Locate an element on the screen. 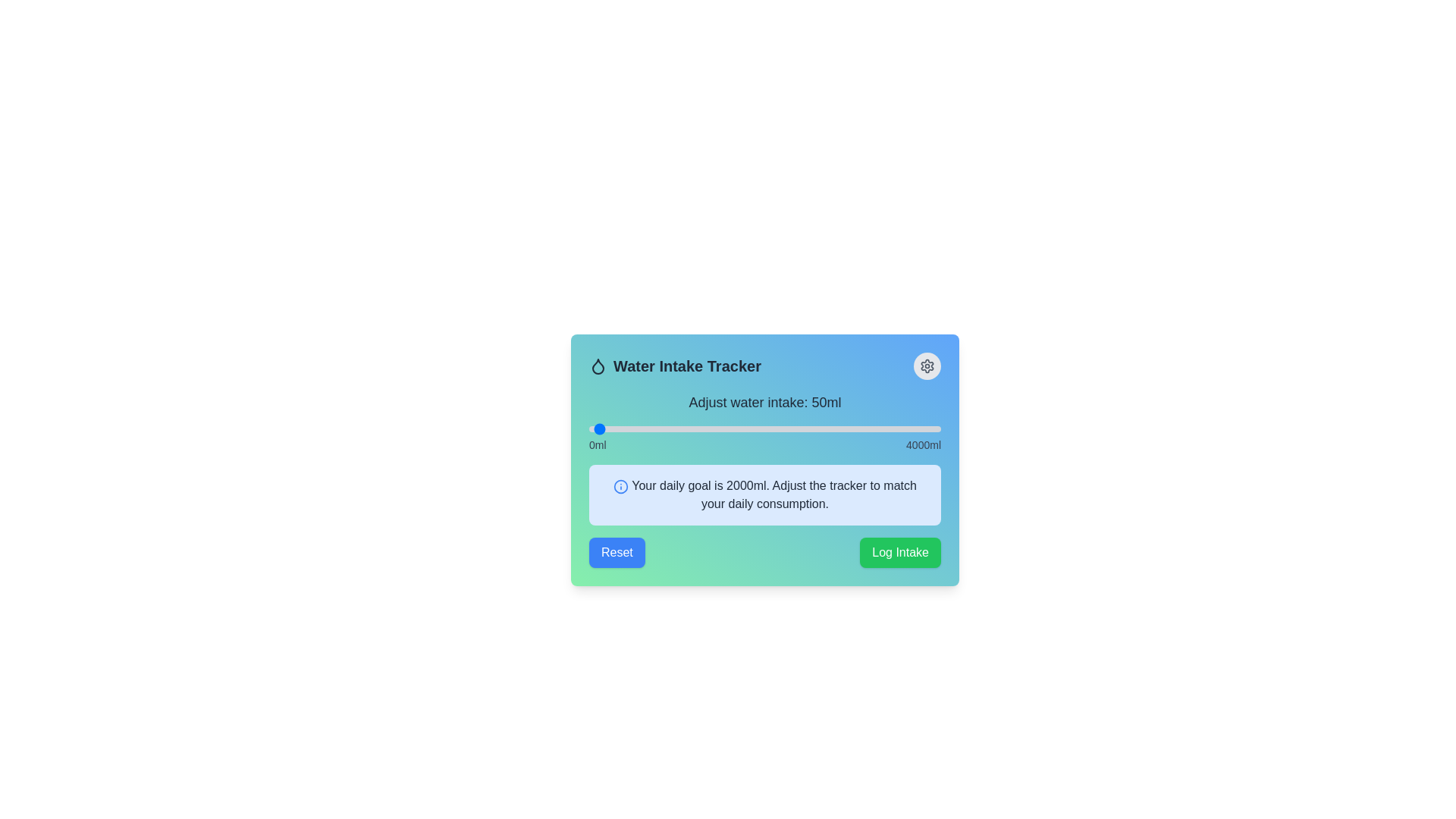  the 'Log Intake' button, which is a rectangular button with rounded corners, a green background, and white text, located towards the bottom-right of the 'Water Intake Tracker' interface is located at coordinates (900, 553).